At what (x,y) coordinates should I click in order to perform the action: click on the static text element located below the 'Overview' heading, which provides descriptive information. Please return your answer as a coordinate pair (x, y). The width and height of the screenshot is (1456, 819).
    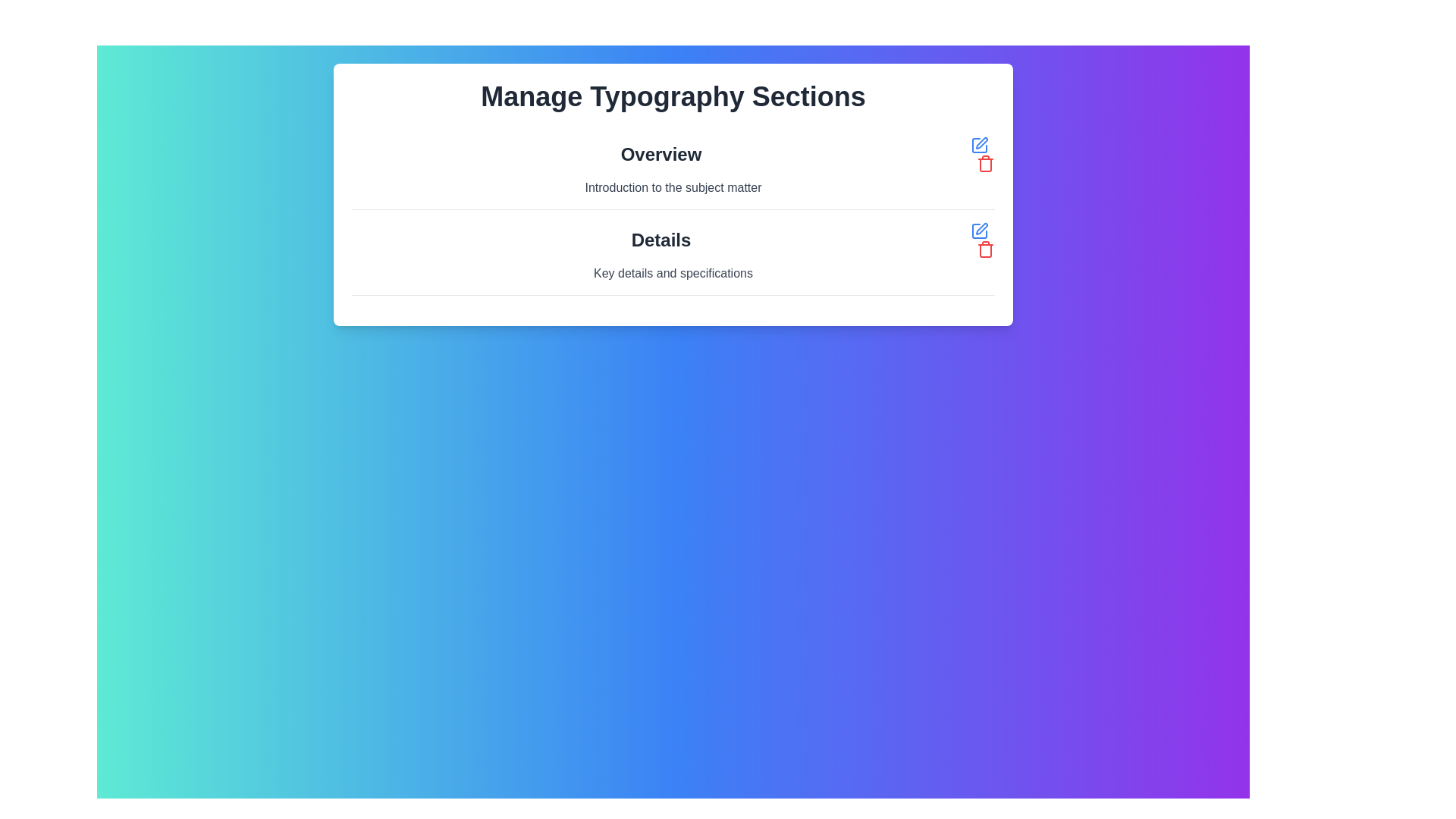
    Looking at the image, I should click on (673, 187).